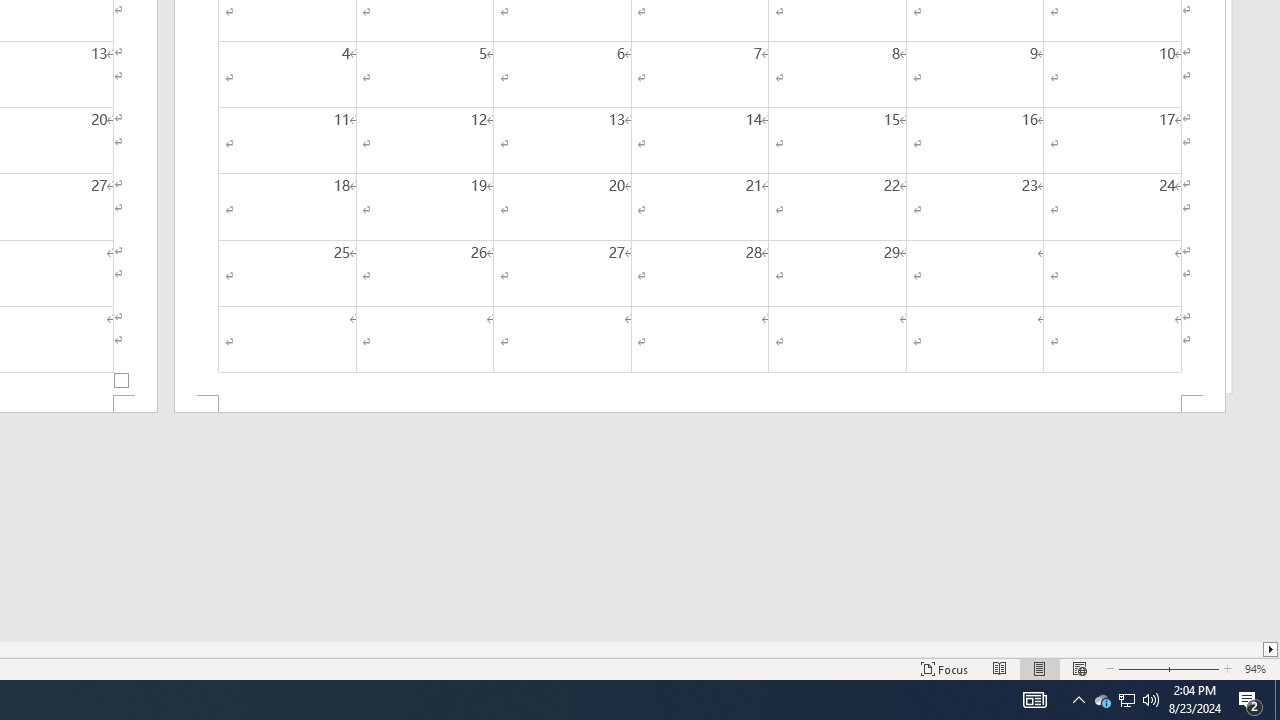 The image size is (1280, 720). What do you see at coordinates (1040, 669) in the screenshot?
I see `'Print Layout'` at bounding box center [1040, 669].